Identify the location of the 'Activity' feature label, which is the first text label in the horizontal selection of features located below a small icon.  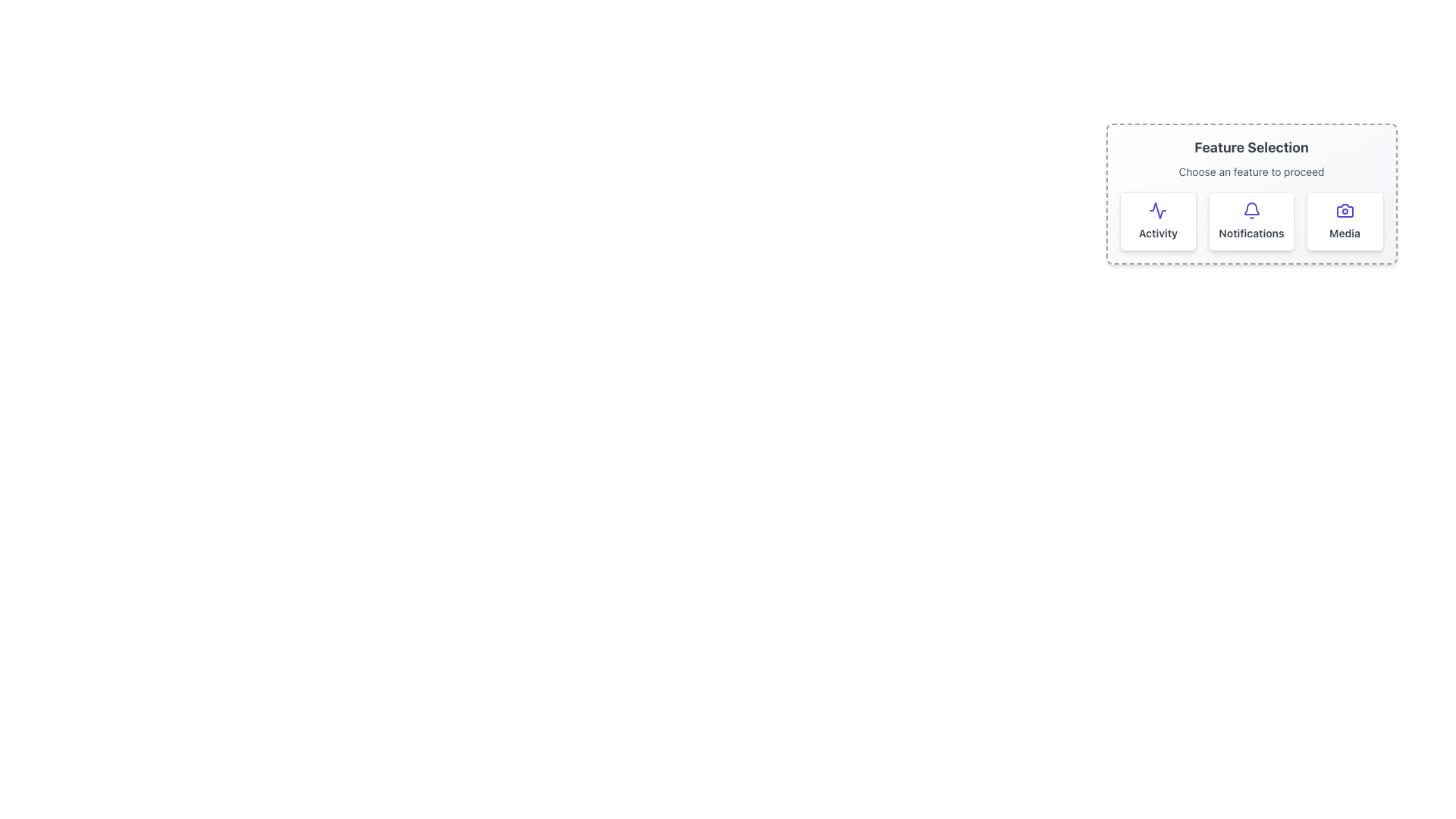
(1157, 234).